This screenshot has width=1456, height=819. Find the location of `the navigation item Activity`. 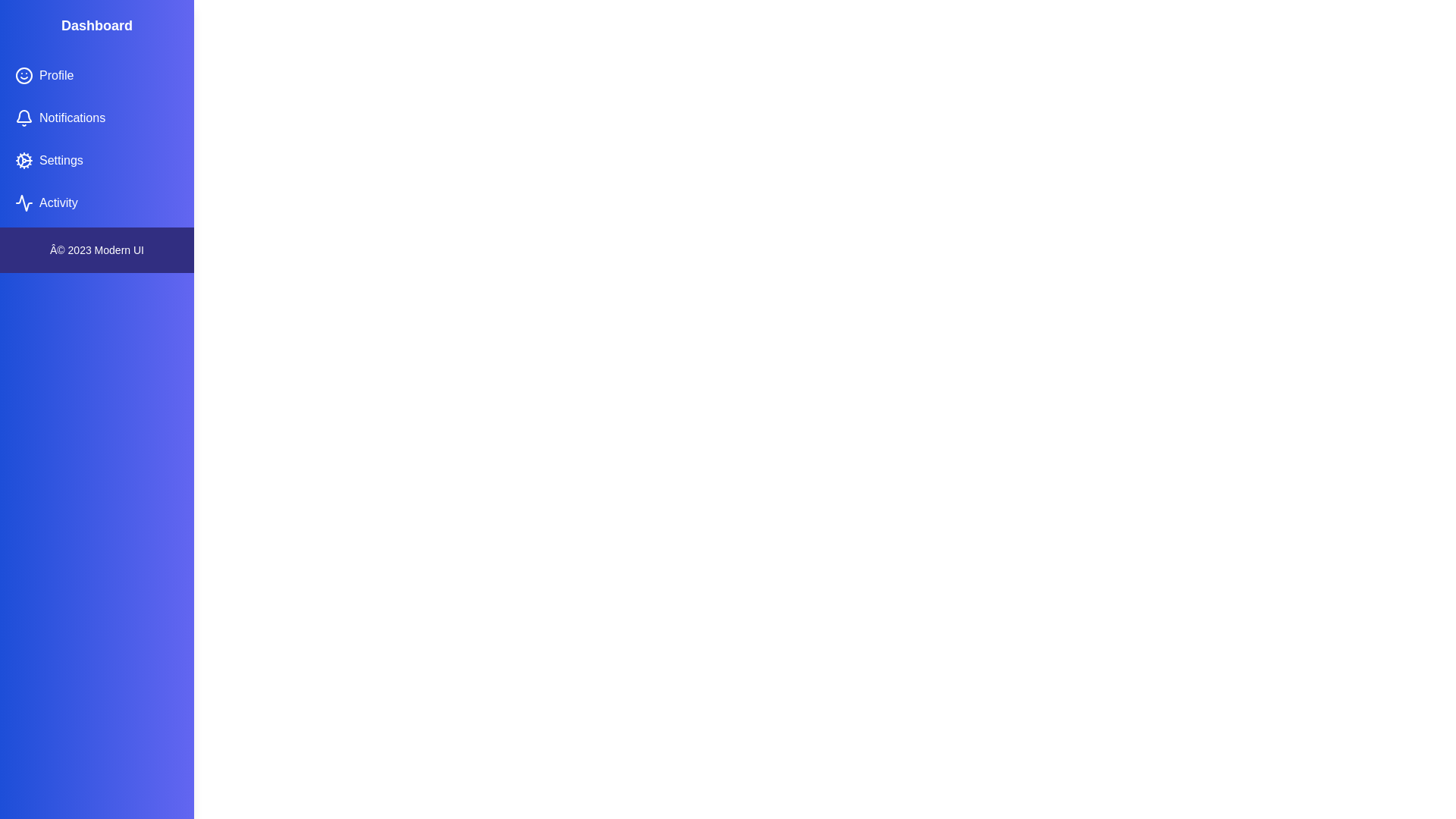

the navigation item Activity is located at coordinates (96, 202).